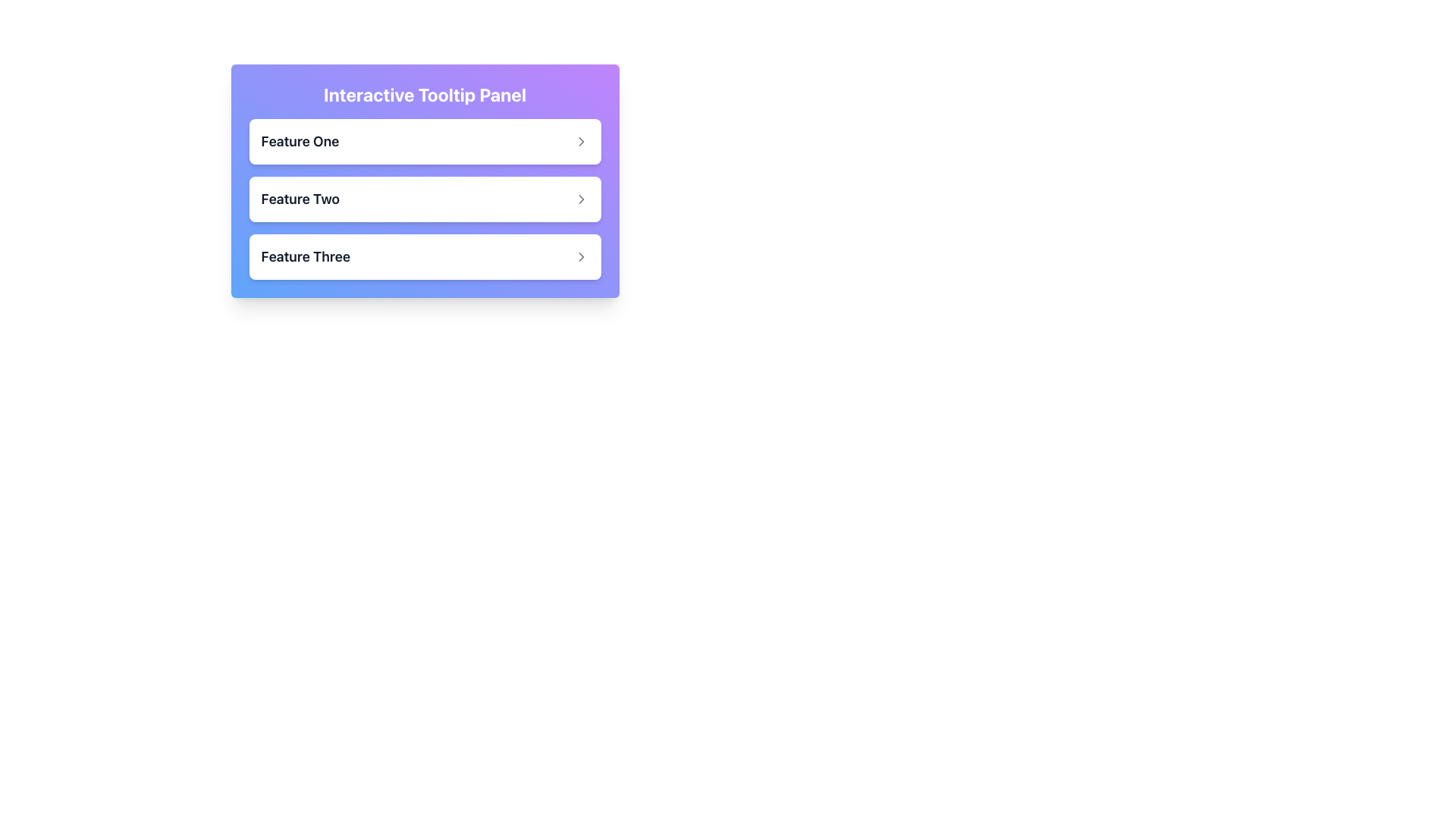  What do you see at coordinates (580, 256) in the screenshot?
I see `the interactive chevron icon on the far right of the 'Feature Three' row in the tooltip panel` at bounding box center [580, 256].